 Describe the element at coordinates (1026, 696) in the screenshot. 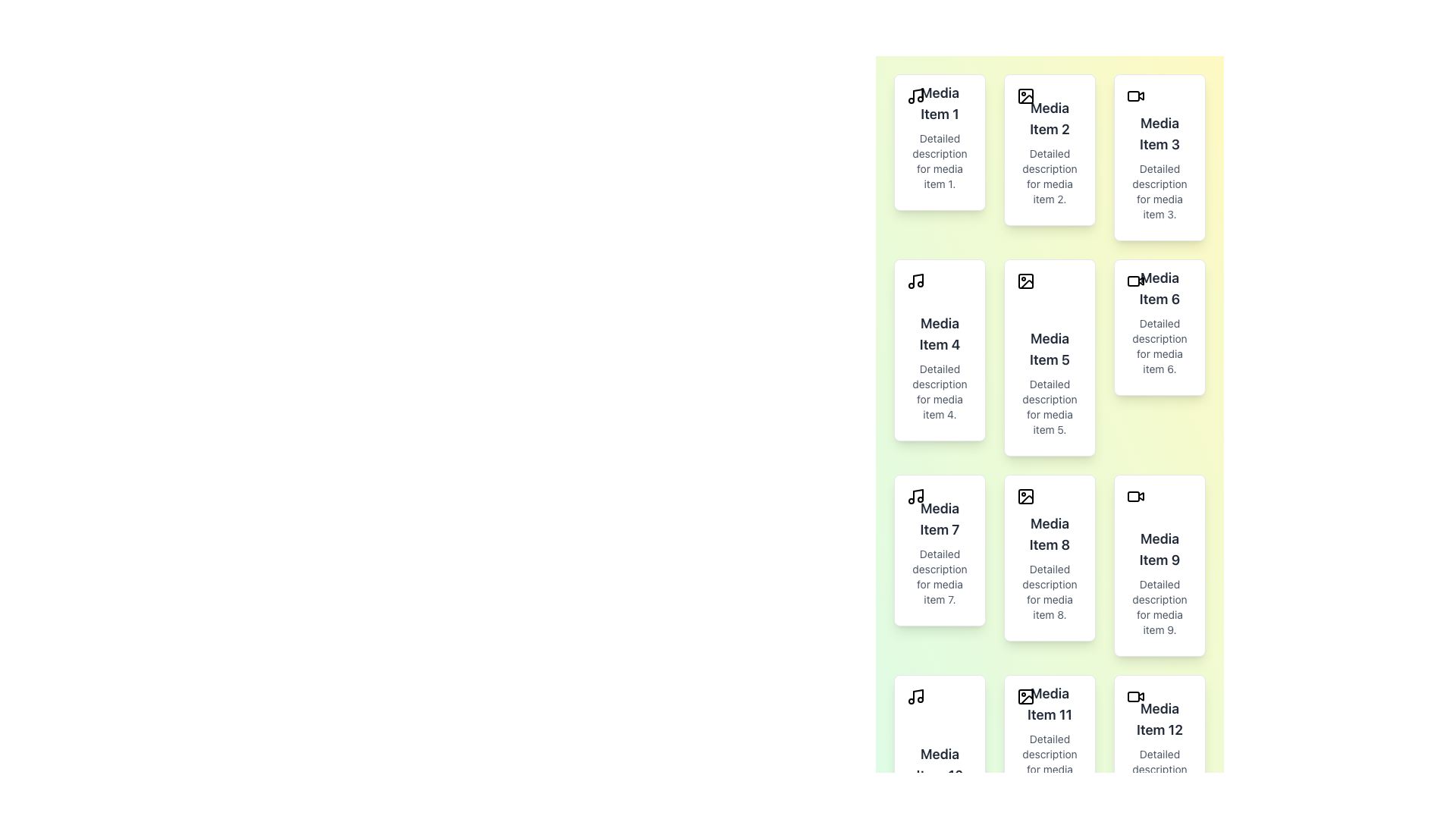

I see `the graphical representation element that serves as a placeholder for an image in the top-left corner of the 'Media Item 11' card located in the lower row of the grid layout` at that location.